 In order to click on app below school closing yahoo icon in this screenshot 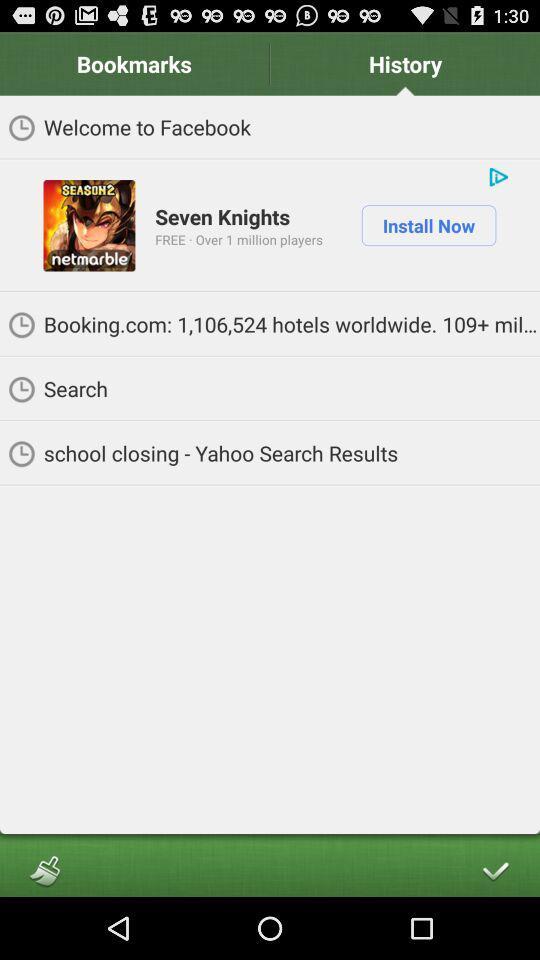, I will do `click(494, 869)`.